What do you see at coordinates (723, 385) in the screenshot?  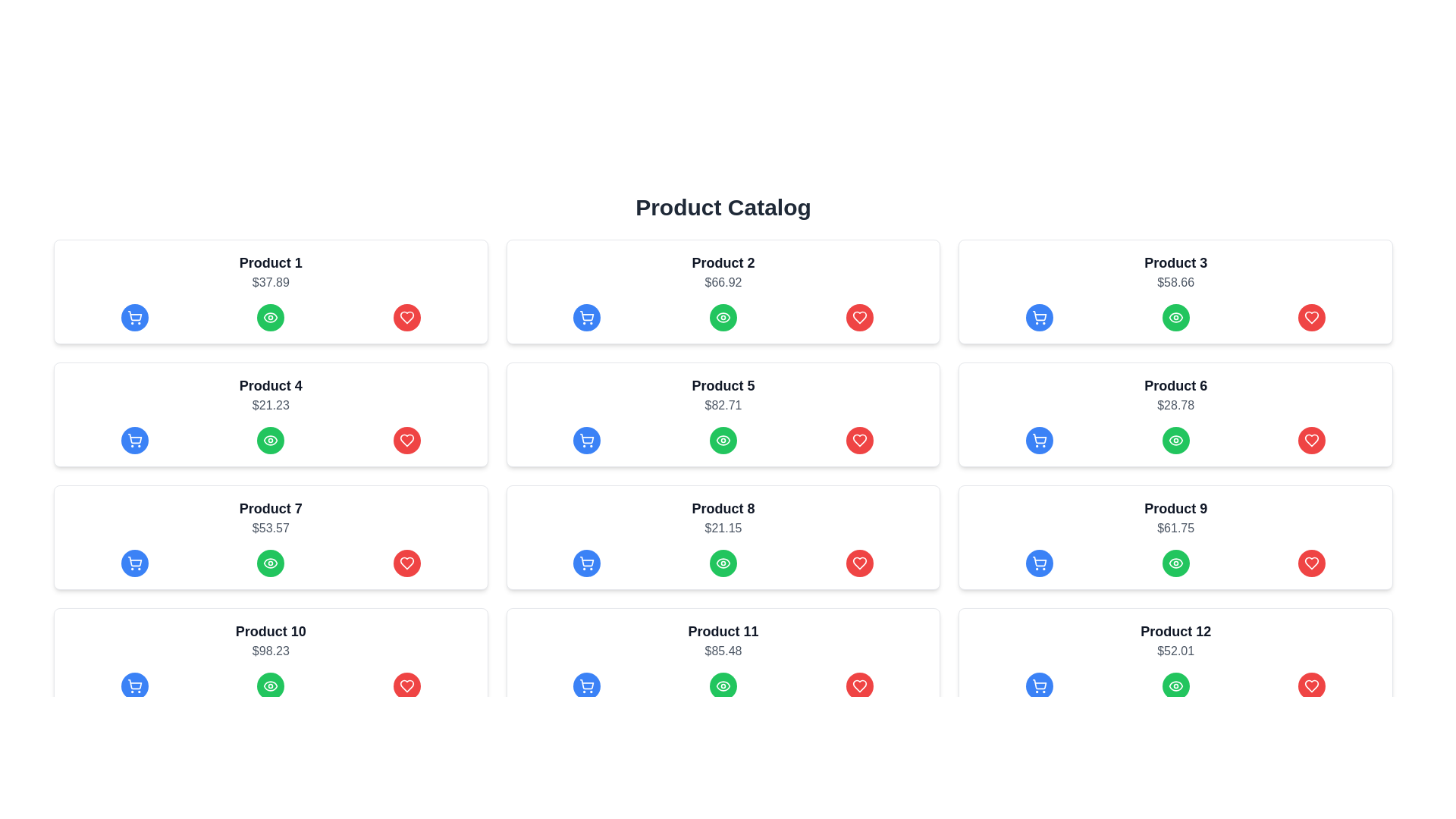 I see `the text label displaying 'Product 5' which is part of a product card layout in the third row and third column of the grid` at bounding box center [723, 385].